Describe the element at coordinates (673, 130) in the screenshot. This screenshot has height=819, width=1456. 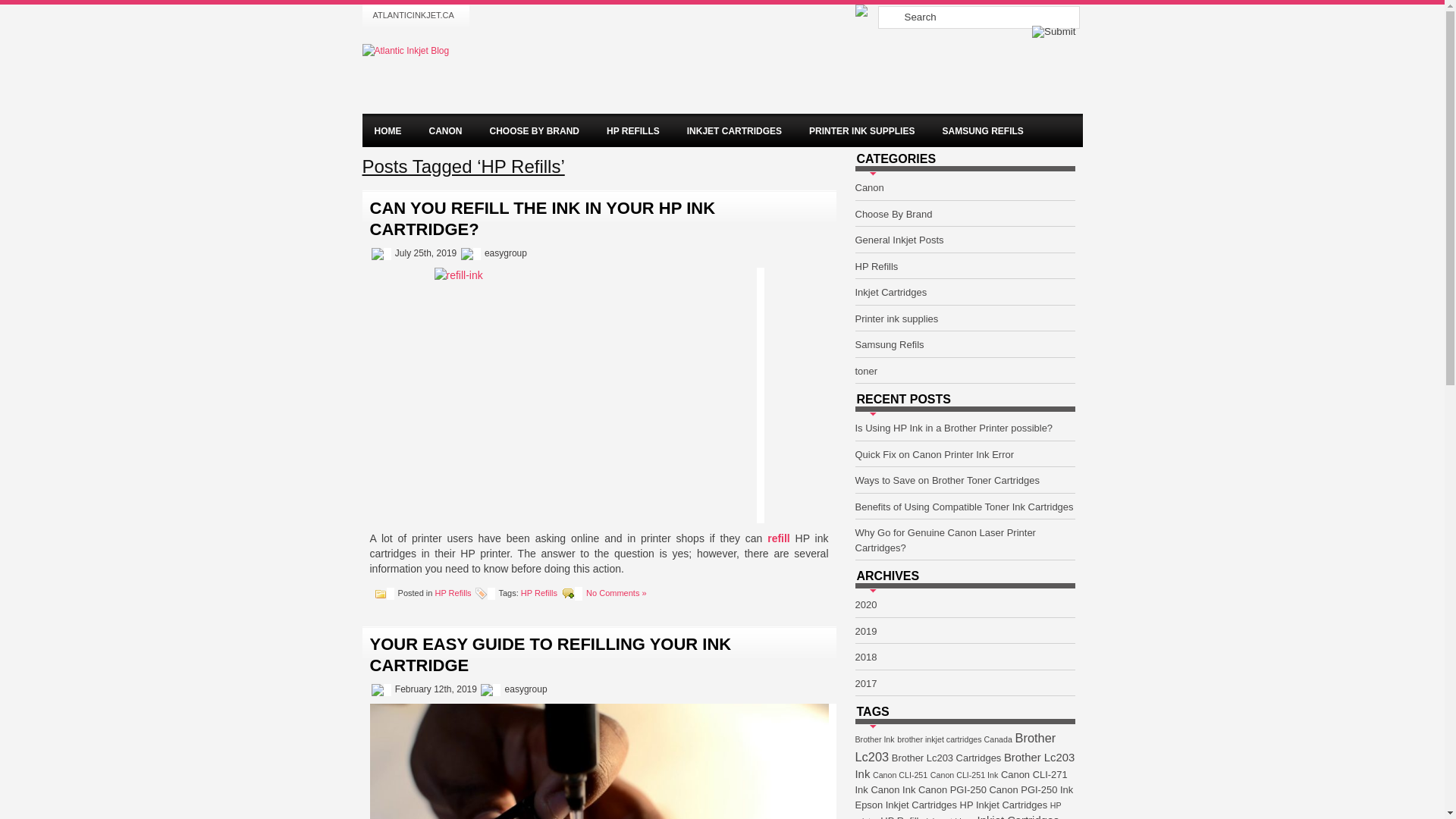
I see `'INKJET CARTRIDGES'` at that location.